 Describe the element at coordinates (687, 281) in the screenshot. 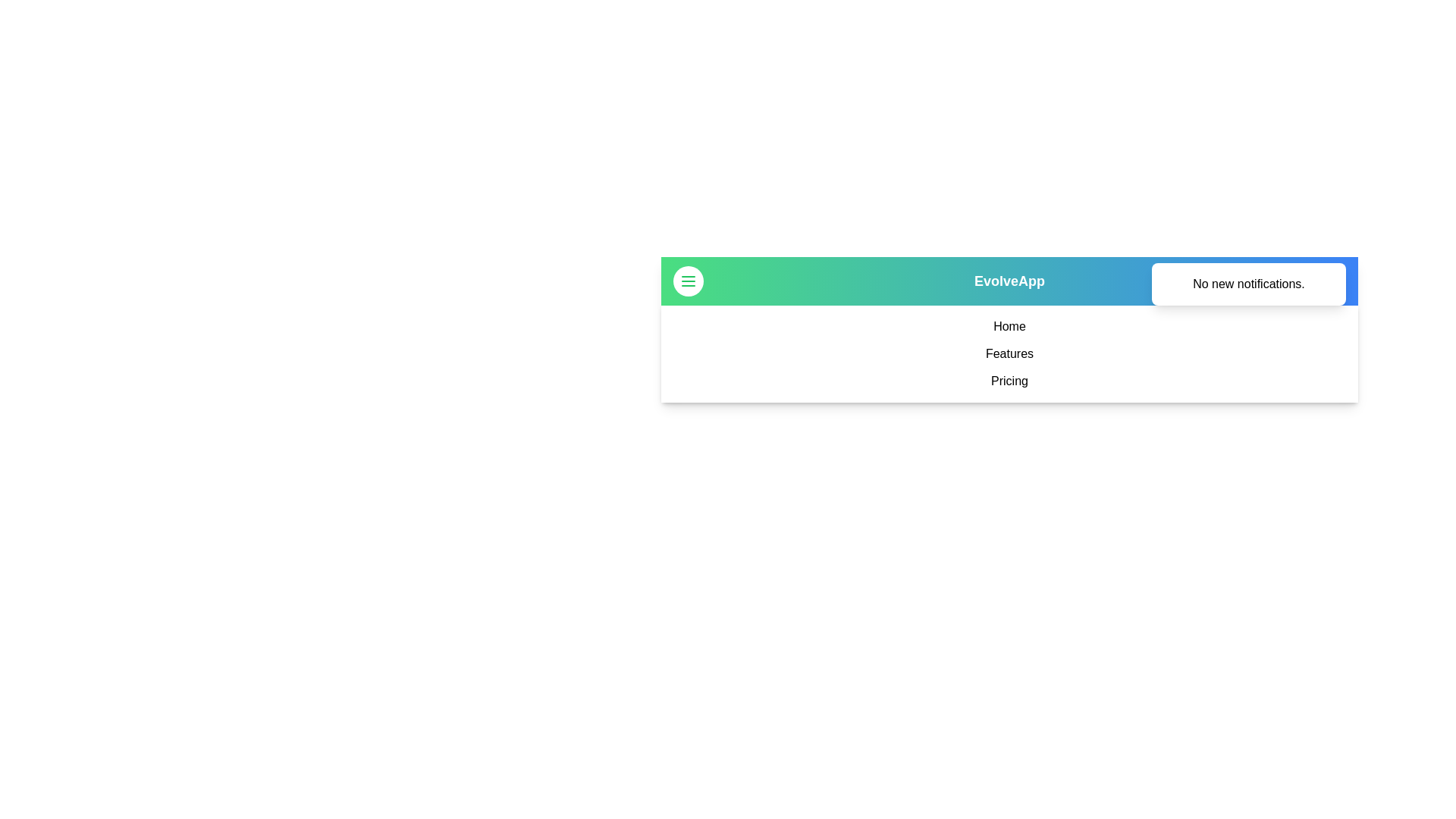

I see `menu toggle button to toggle the menu visibility` at that location.